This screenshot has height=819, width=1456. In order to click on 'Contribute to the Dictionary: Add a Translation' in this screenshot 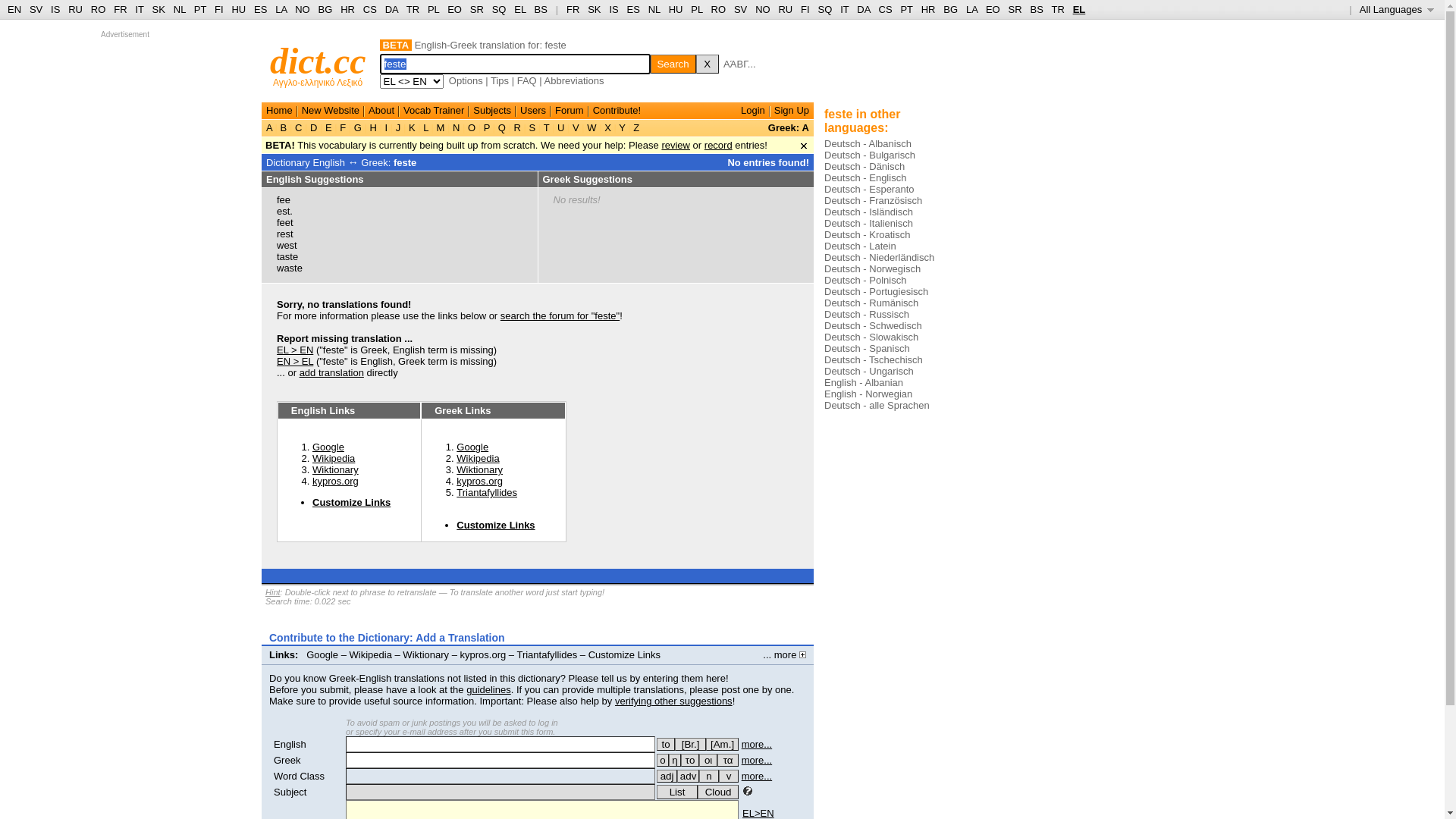, I will do `click(387, 637)`.